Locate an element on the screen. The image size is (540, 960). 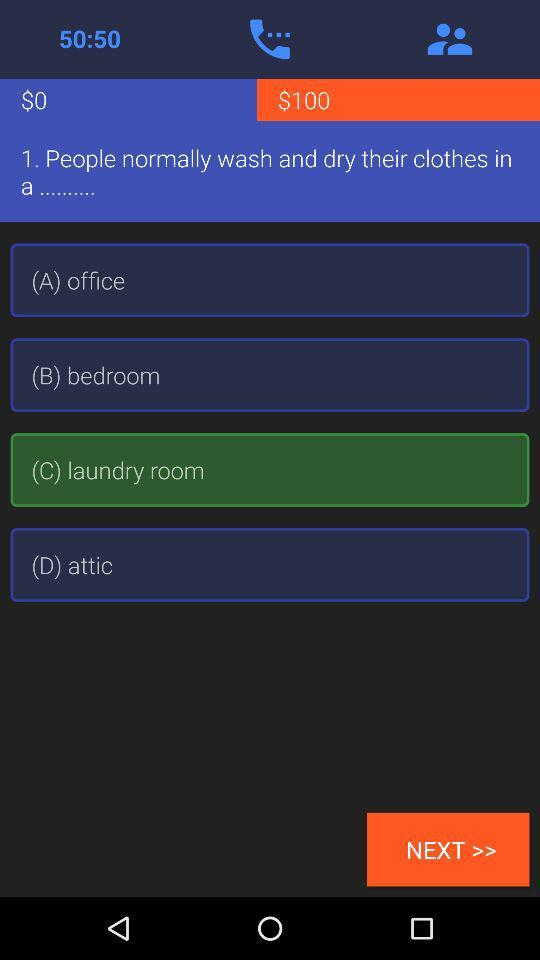
check the length of time is located at coordinates (89, 38).